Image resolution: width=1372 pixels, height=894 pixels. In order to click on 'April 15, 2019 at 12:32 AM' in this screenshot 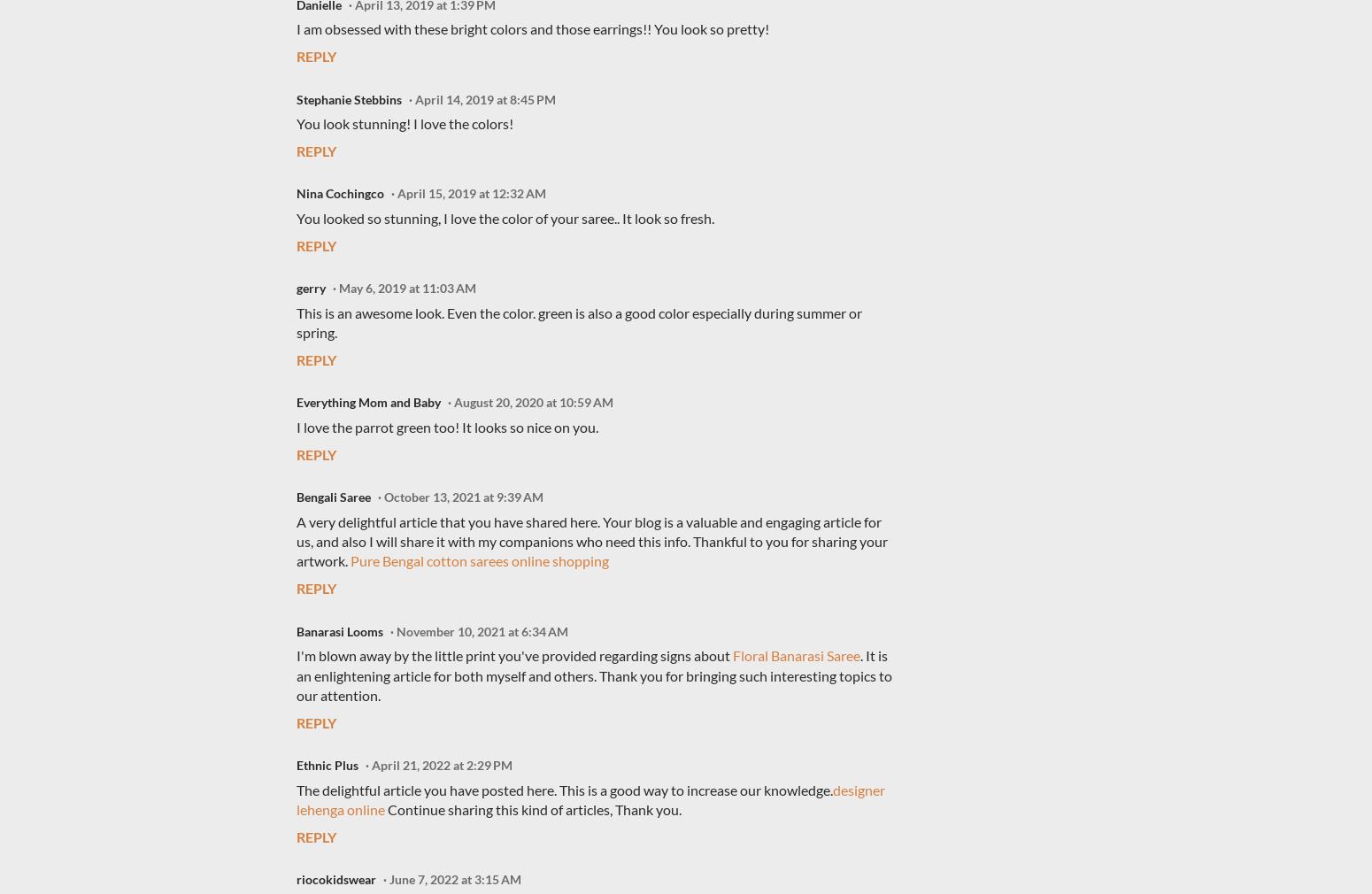, I will do `click(471, 192)`.